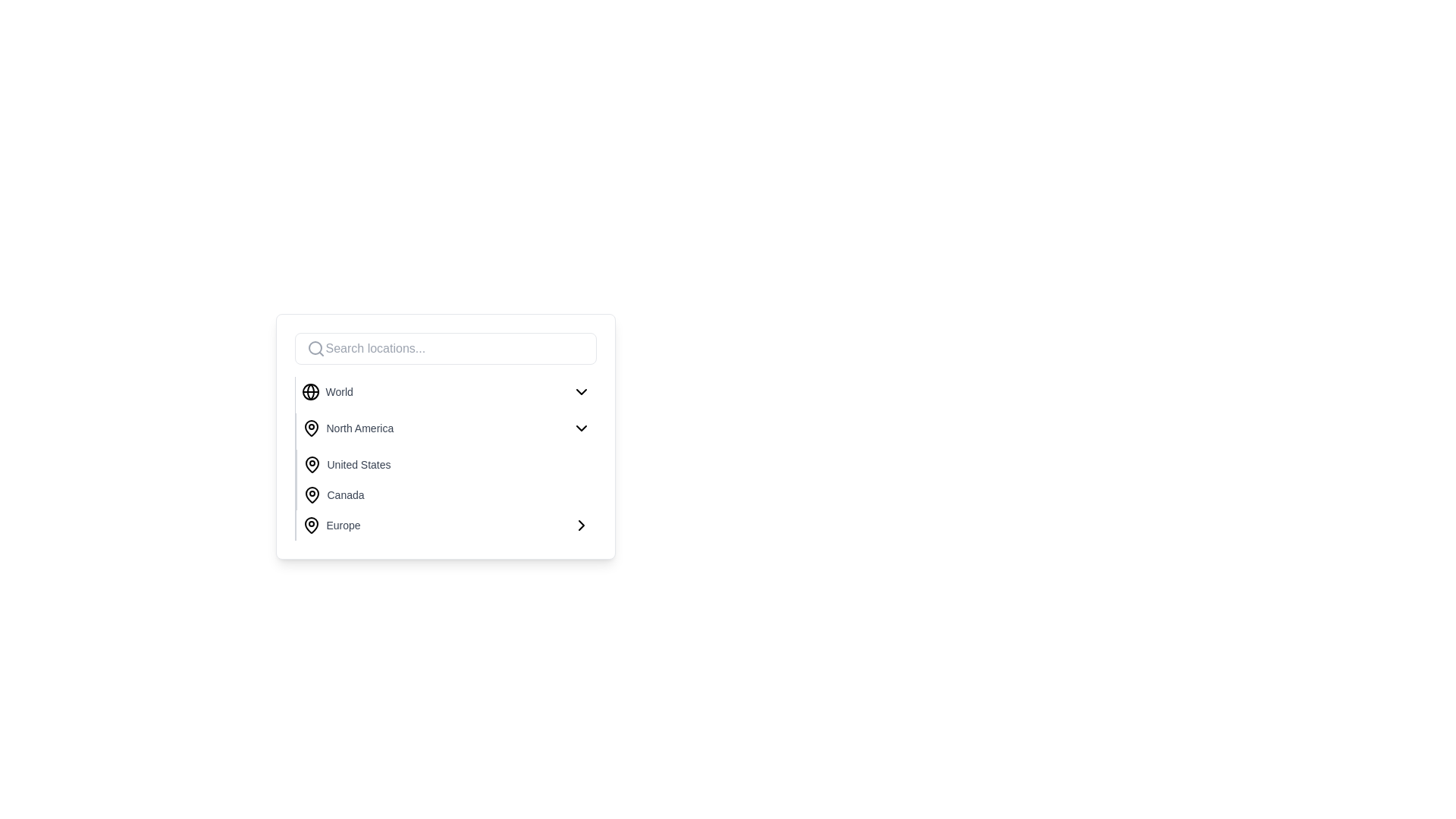  I want to click on the Vector-based map pin icon that resembles a location pin and is aligned with the text 'Canada' in the dropdown menu, so click(311, 494).